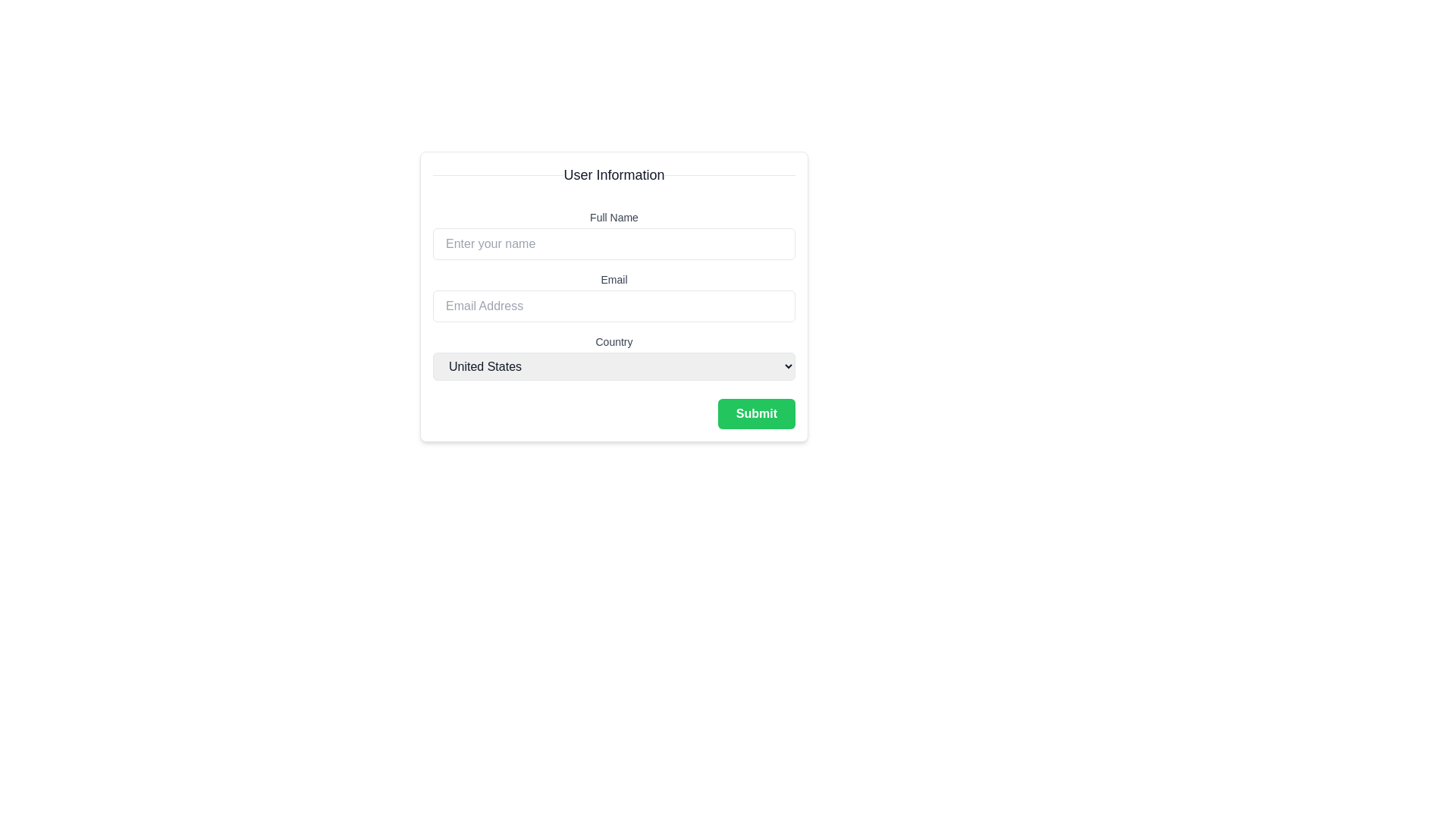 This screenshot has width=1456, height=819. Describe the element at coordinates (614, 342) in the screenshot. I see `the country selection label` at that location.